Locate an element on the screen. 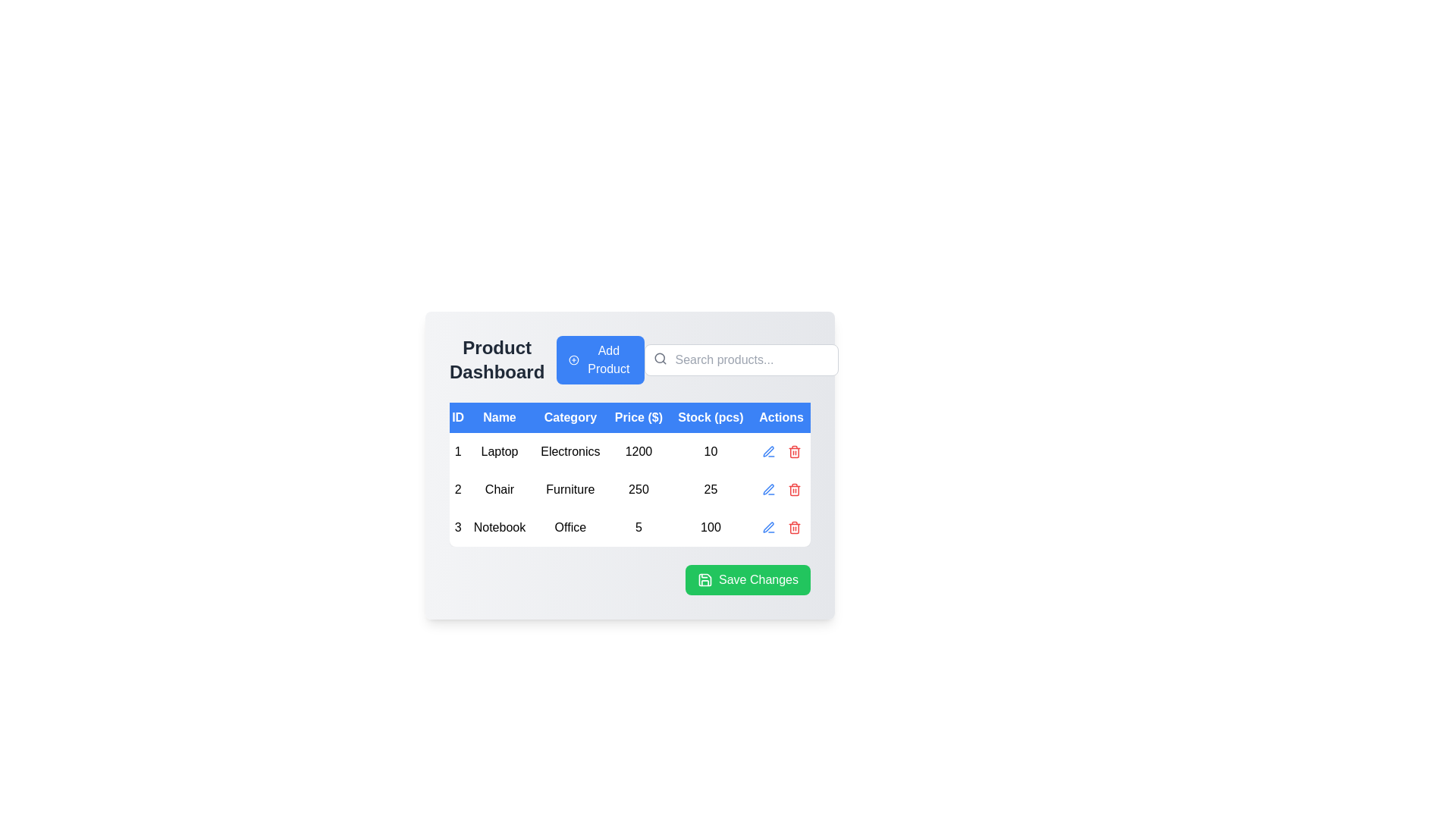 The width and height of the screenshot is (1456, 819). the stylized pen icon in the 'Actions' column of the third row of the Product Dashboard data table is located at coordinates (768, 526).